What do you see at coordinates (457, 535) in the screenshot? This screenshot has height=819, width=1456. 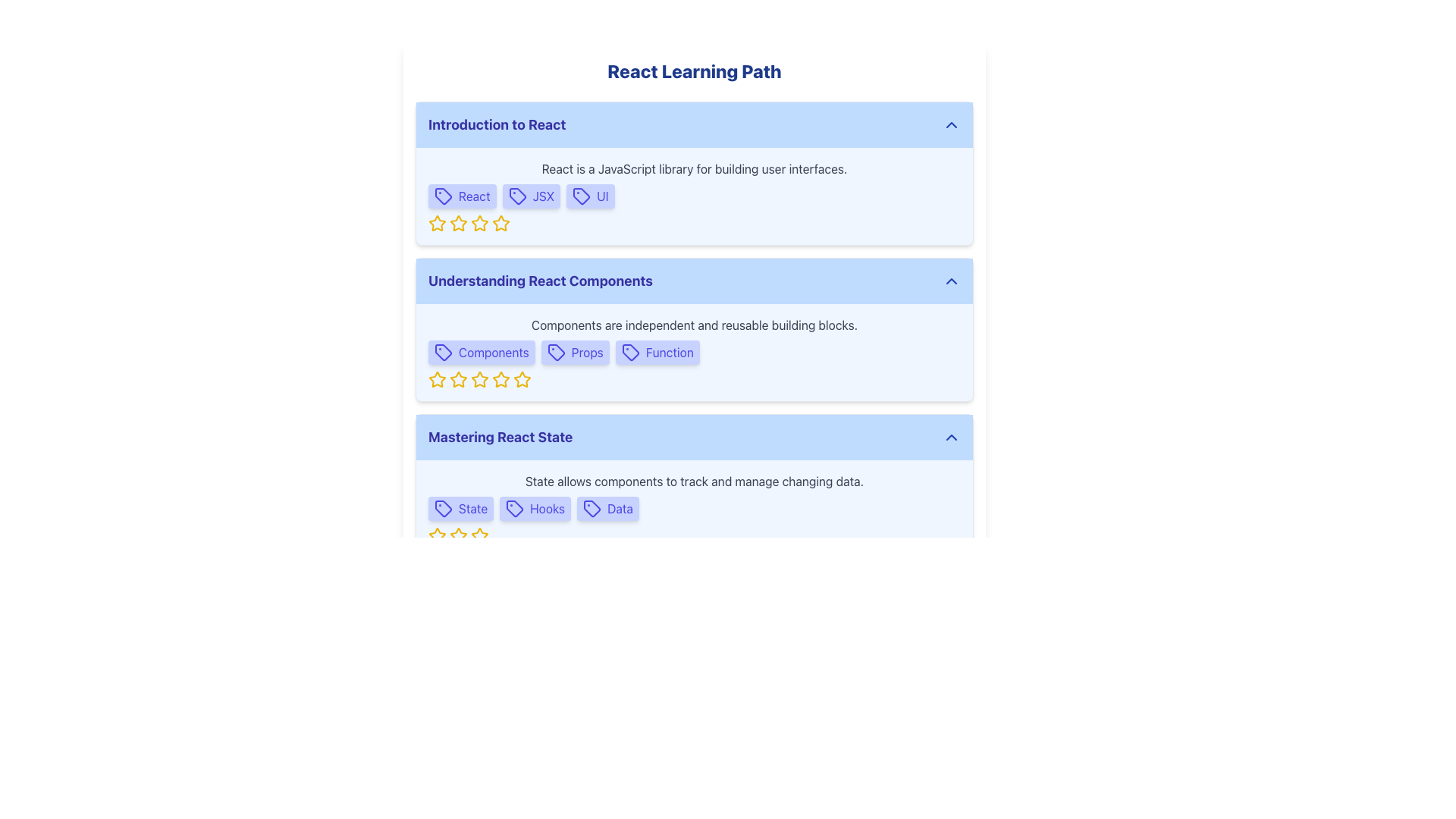 I see `the third star icon used for rating` at bounding box center [457, 535].